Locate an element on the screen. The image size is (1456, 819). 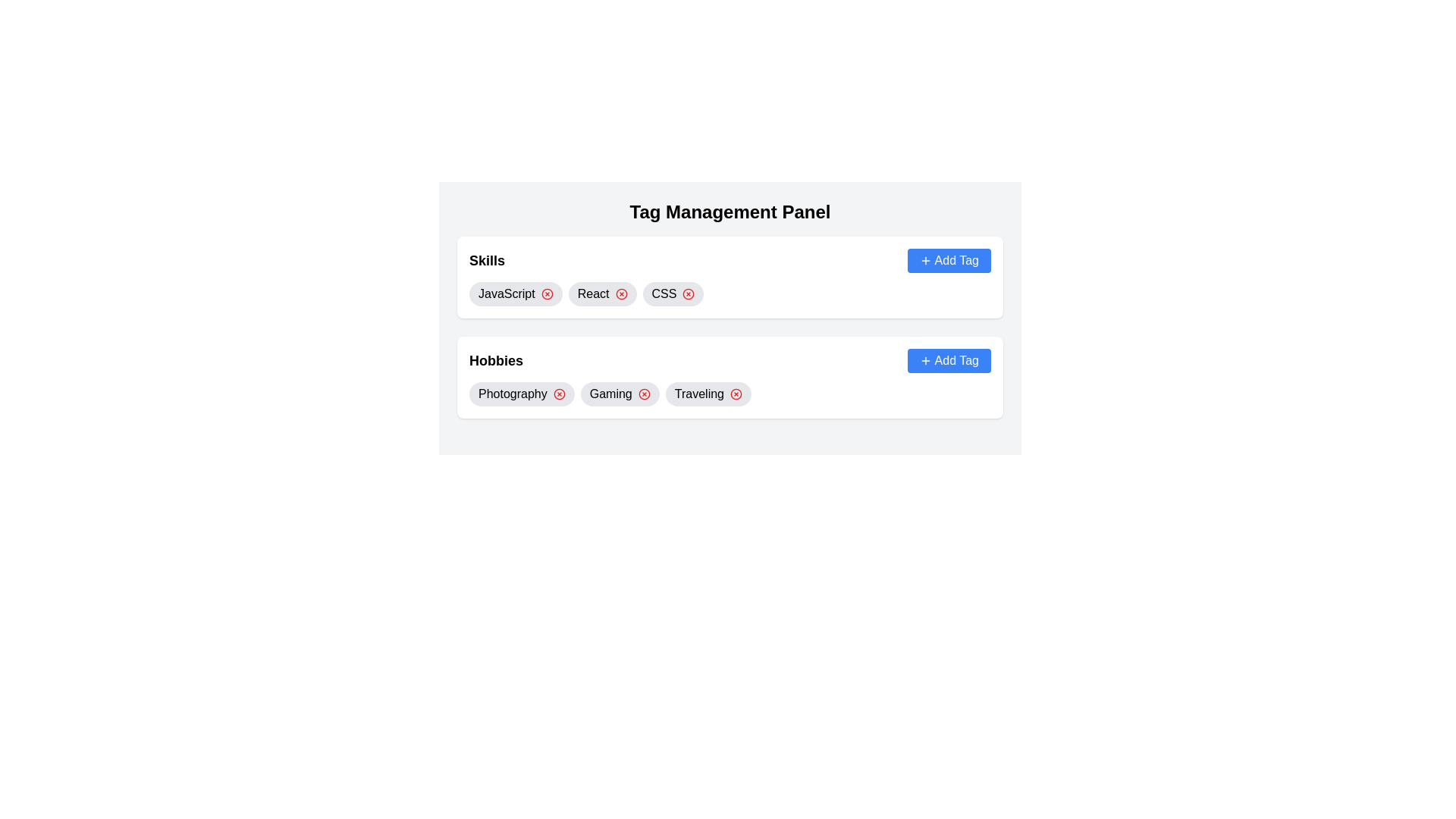
the outer circle of the 'Traveling' tag in the Hobbies section, which visually represents a close icon for removing the tag is located at coordinates (736, 394).